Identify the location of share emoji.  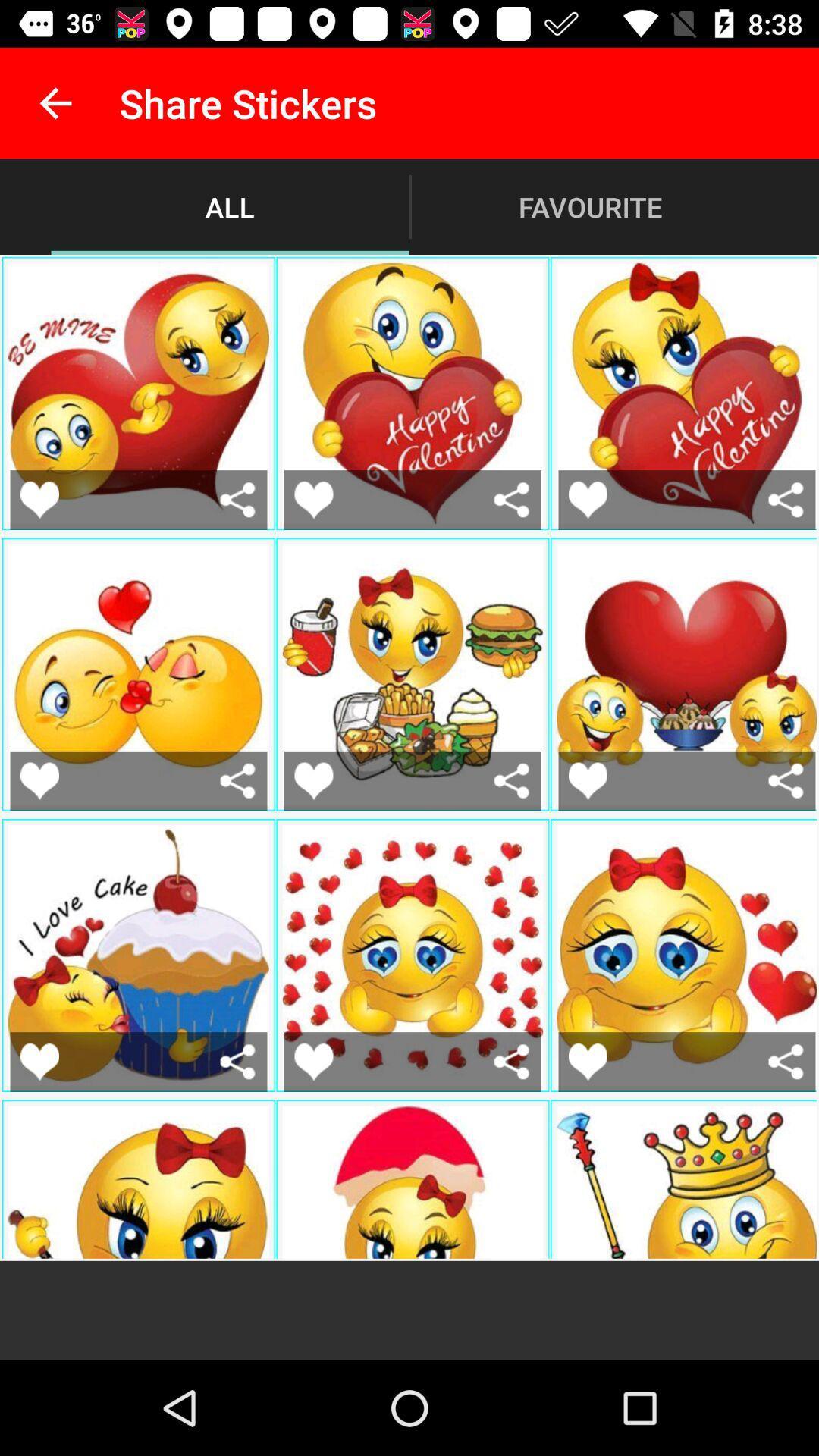
(237, 500).